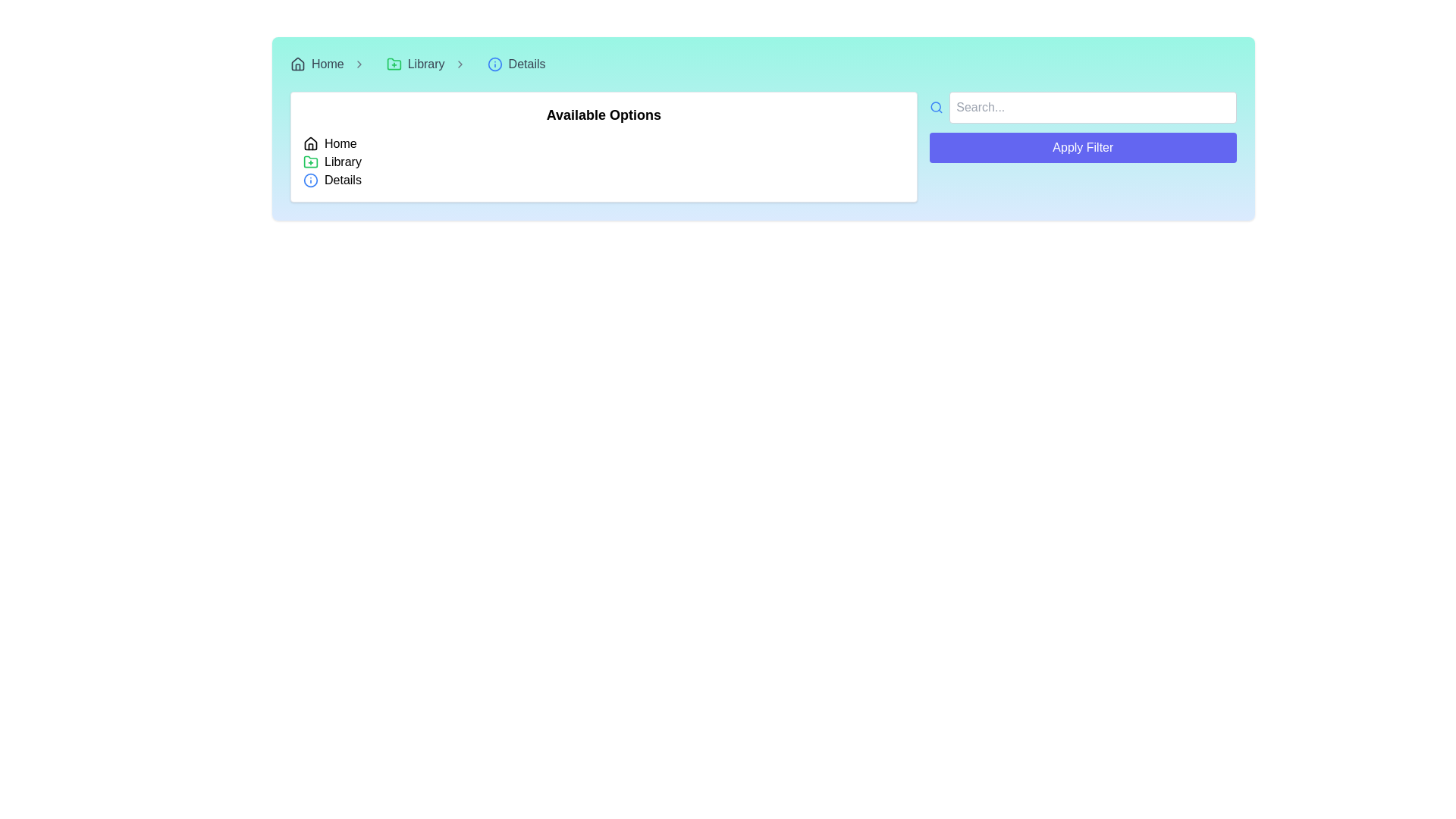 Image resolution: width=1456 pixels, height=819 pixels. What do you see at coordinates (309, 162) in the screenshot?
I see `the green folder icon with a plus sign inside it, located to the left of the 'Library' text in the vertical list` at bounding box center [309, 162].